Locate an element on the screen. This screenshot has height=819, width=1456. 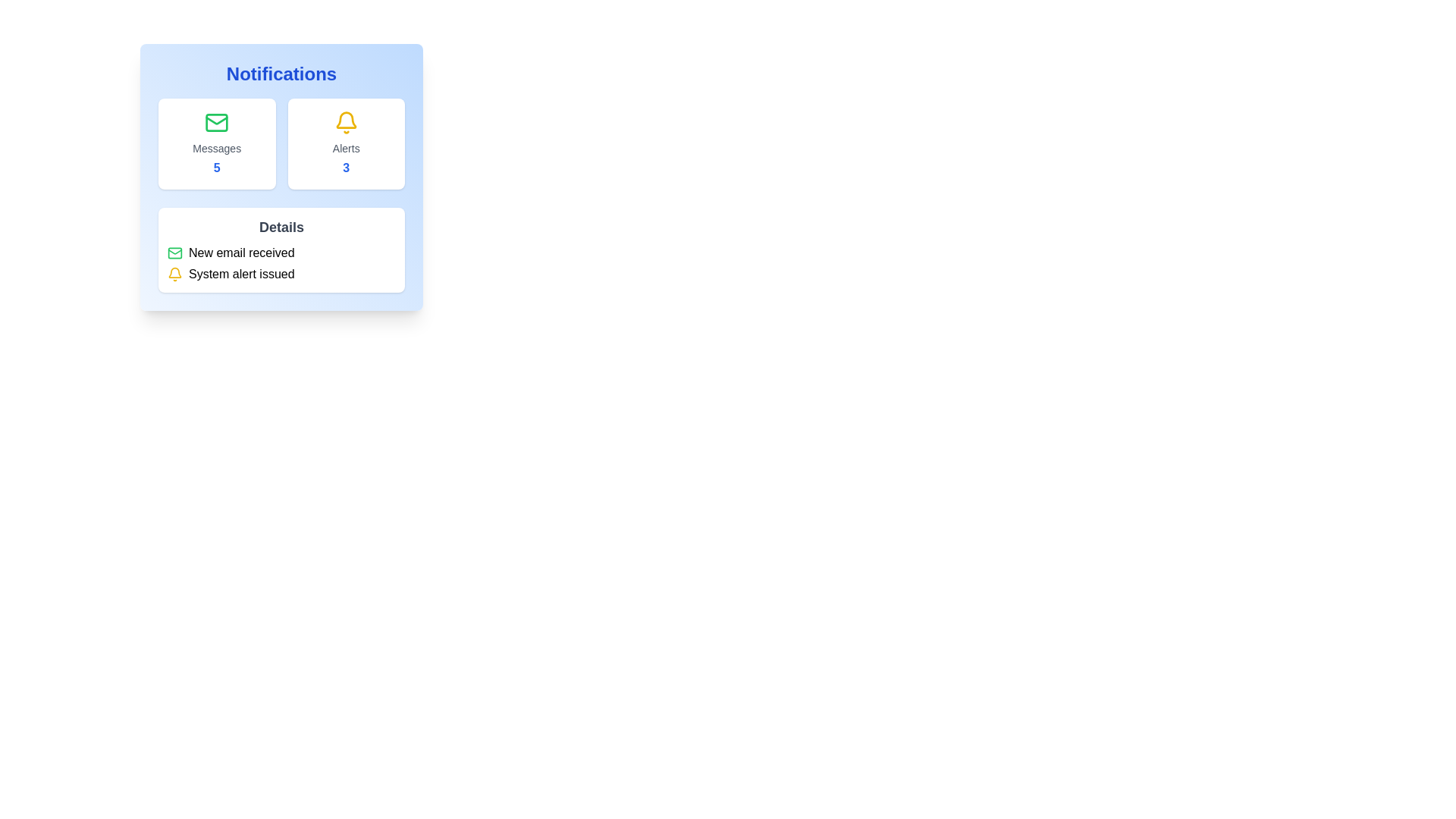
the bottom part of the bell icon located in the 'Alerts' section, which is right of the 'Messages' section is located at coordinates (345, 119).